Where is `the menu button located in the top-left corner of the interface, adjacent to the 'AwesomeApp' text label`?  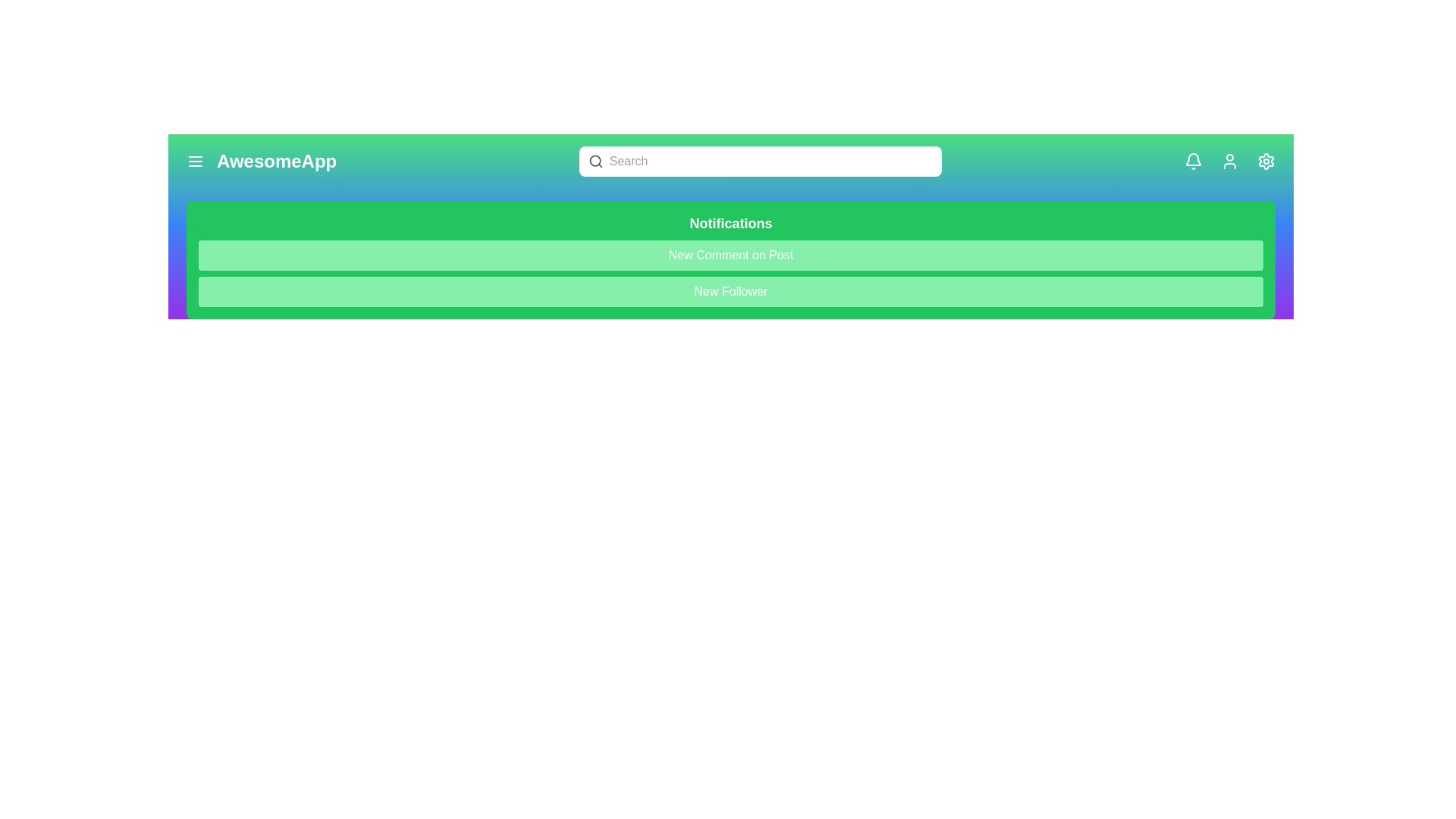
the menu button located in the top-left corner of the interface, adjacent to the 'AwesomeApp' text label is located at coordinates (195, 161).